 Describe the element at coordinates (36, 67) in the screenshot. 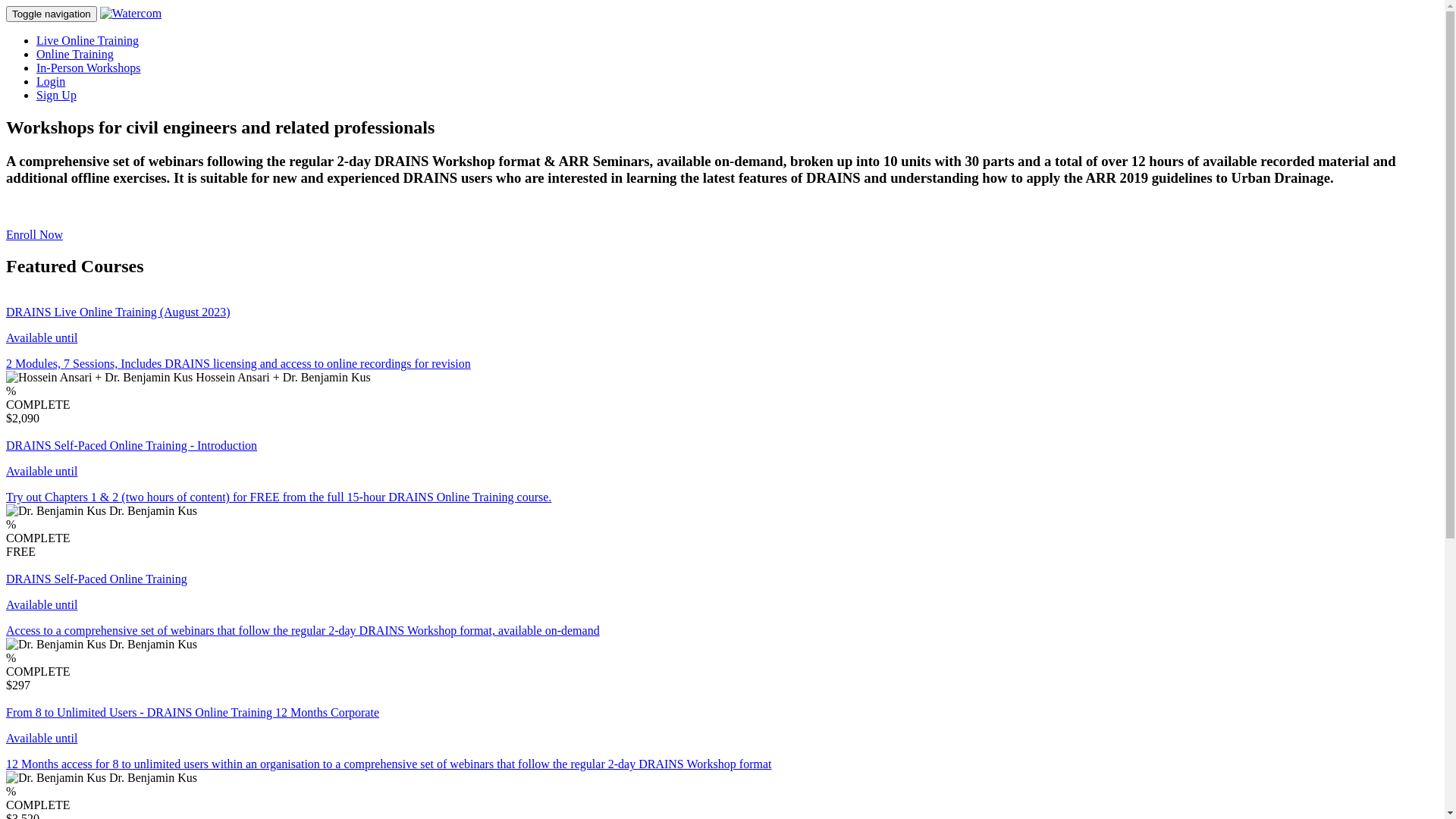

I see `'In-Person Workshops'` at that location.